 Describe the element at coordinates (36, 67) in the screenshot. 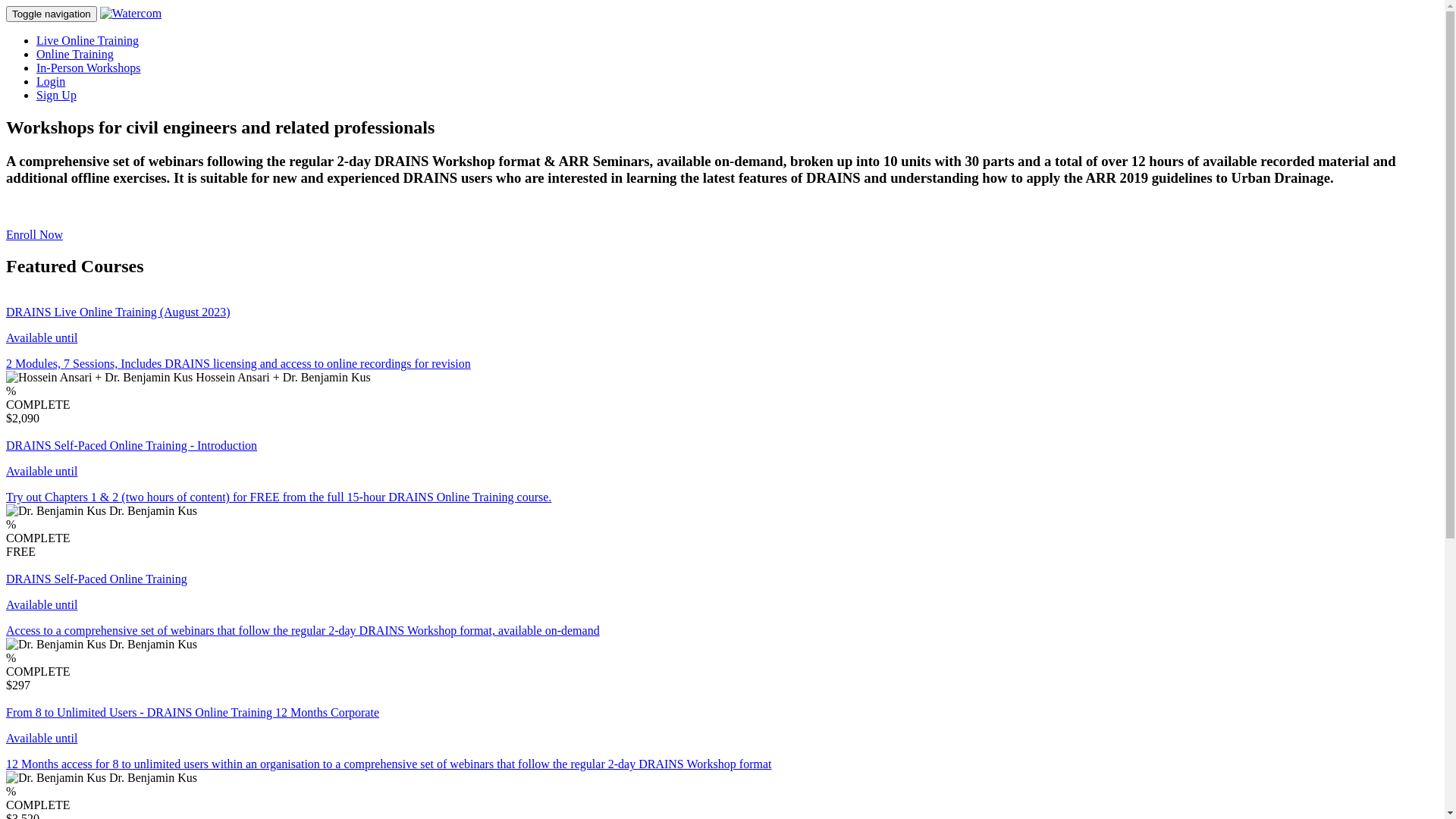

I see `'In-Person Workshops'` at that location.